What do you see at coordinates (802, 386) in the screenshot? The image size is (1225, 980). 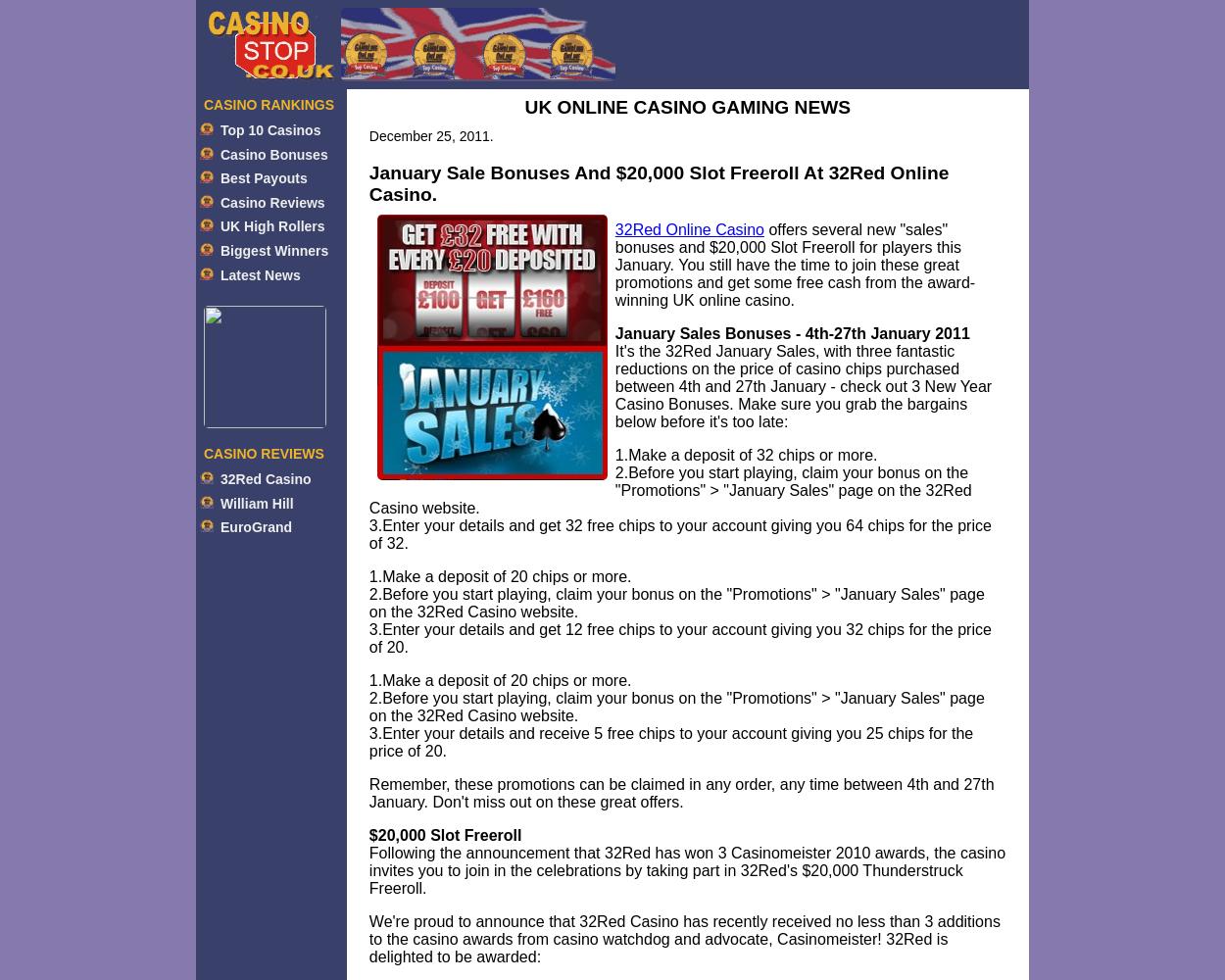 I see `'It's the 32Red January Sales, with three fantastic reductions on the price of casino chips purchased between 4th and 27th January - check out 3 New Year Casino Bonuses. Make sure you grab the bargains below before it's too late:'` at bounding box center [802, 386].